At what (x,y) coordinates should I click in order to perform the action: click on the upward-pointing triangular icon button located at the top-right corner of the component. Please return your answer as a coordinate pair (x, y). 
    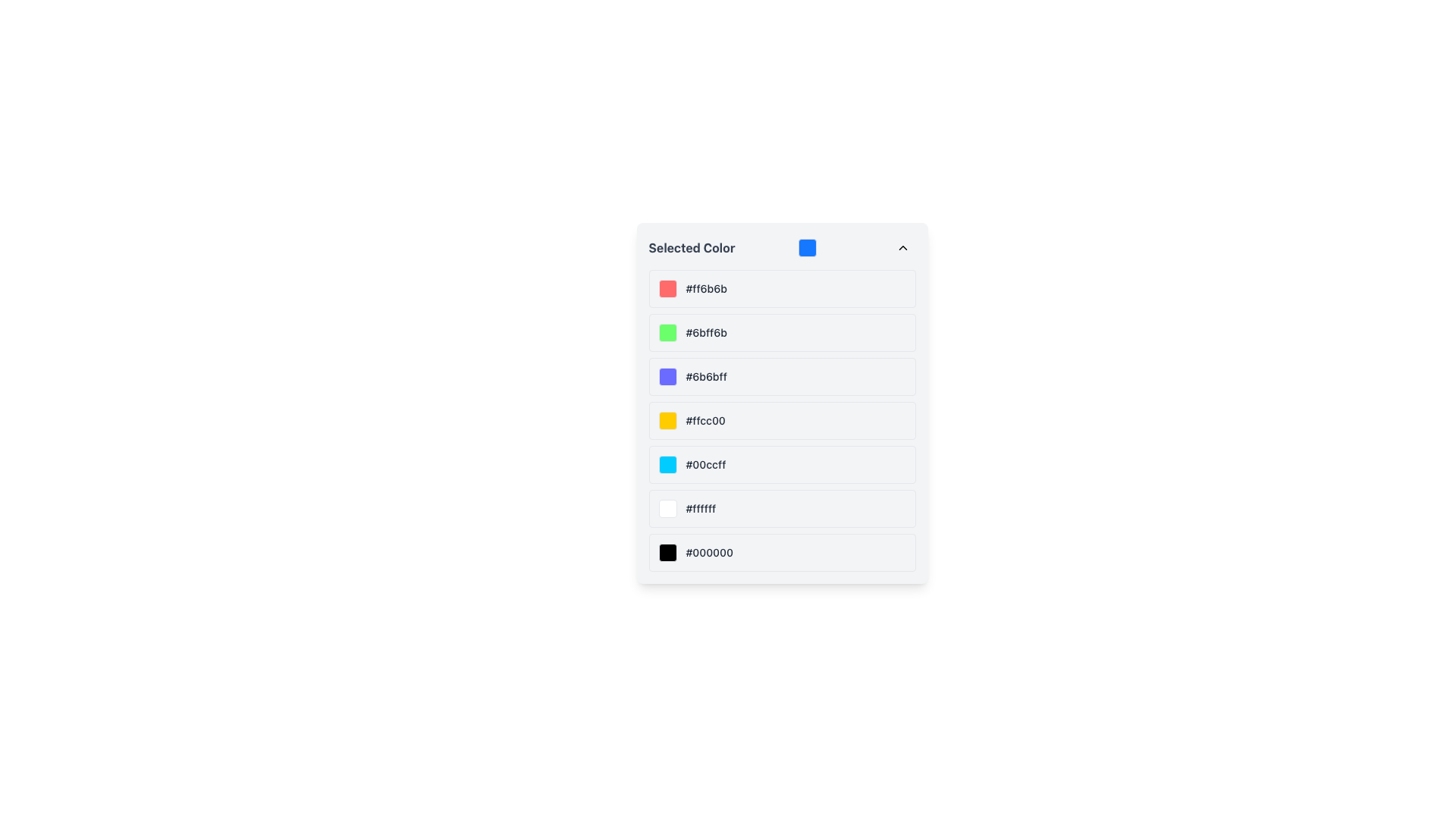
    Looking at the image, I should click on (902, 247).